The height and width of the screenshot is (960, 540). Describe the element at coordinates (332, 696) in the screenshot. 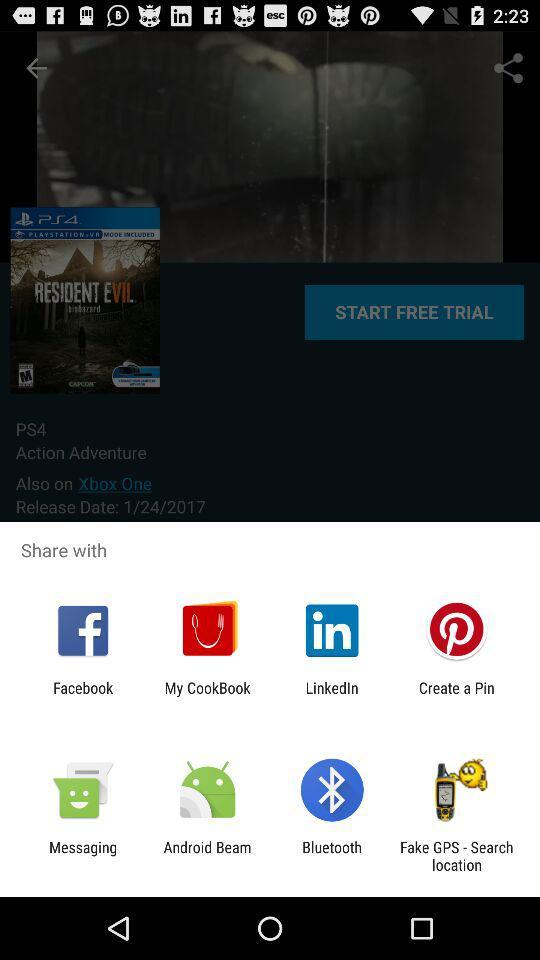

I see `icon next to my cookbook icon` at that location.